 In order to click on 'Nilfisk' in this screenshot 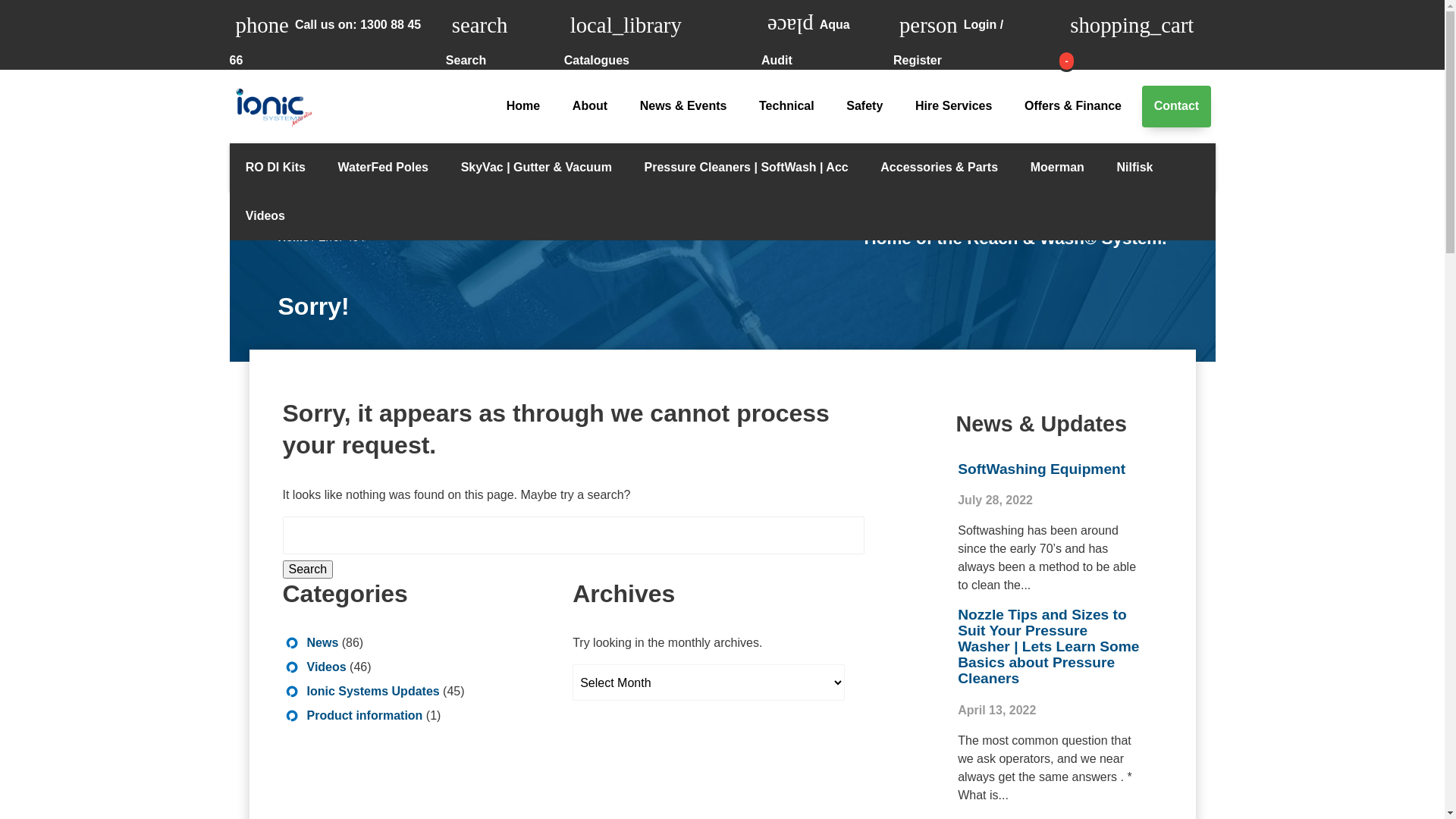, I will do `click(1134, 167)`.